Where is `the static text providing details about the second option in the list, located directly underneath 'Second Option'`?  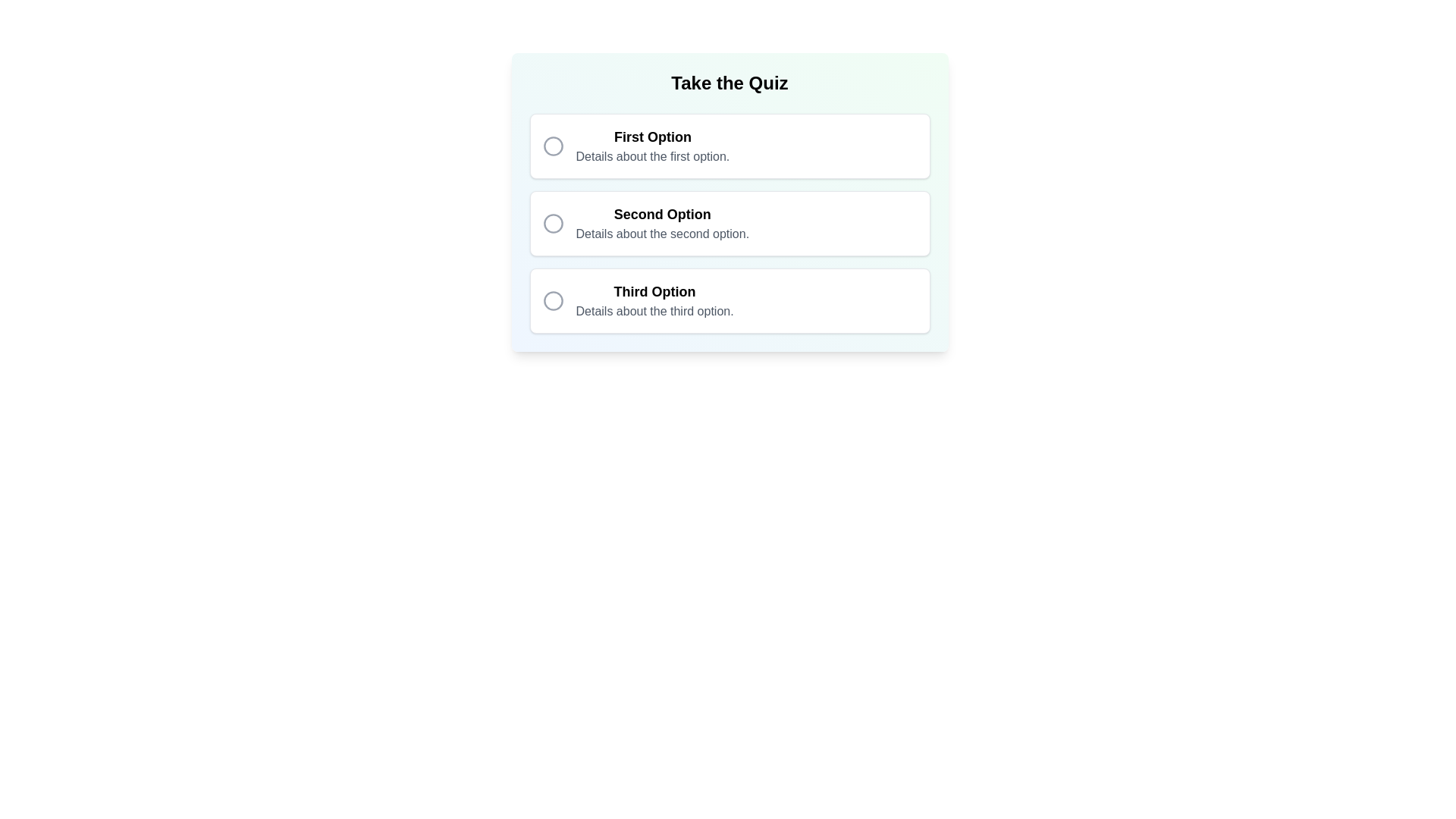
the static text providing details about the second option in the list, located directly underneath 'Second Option' is located at coordinates (662, 234).